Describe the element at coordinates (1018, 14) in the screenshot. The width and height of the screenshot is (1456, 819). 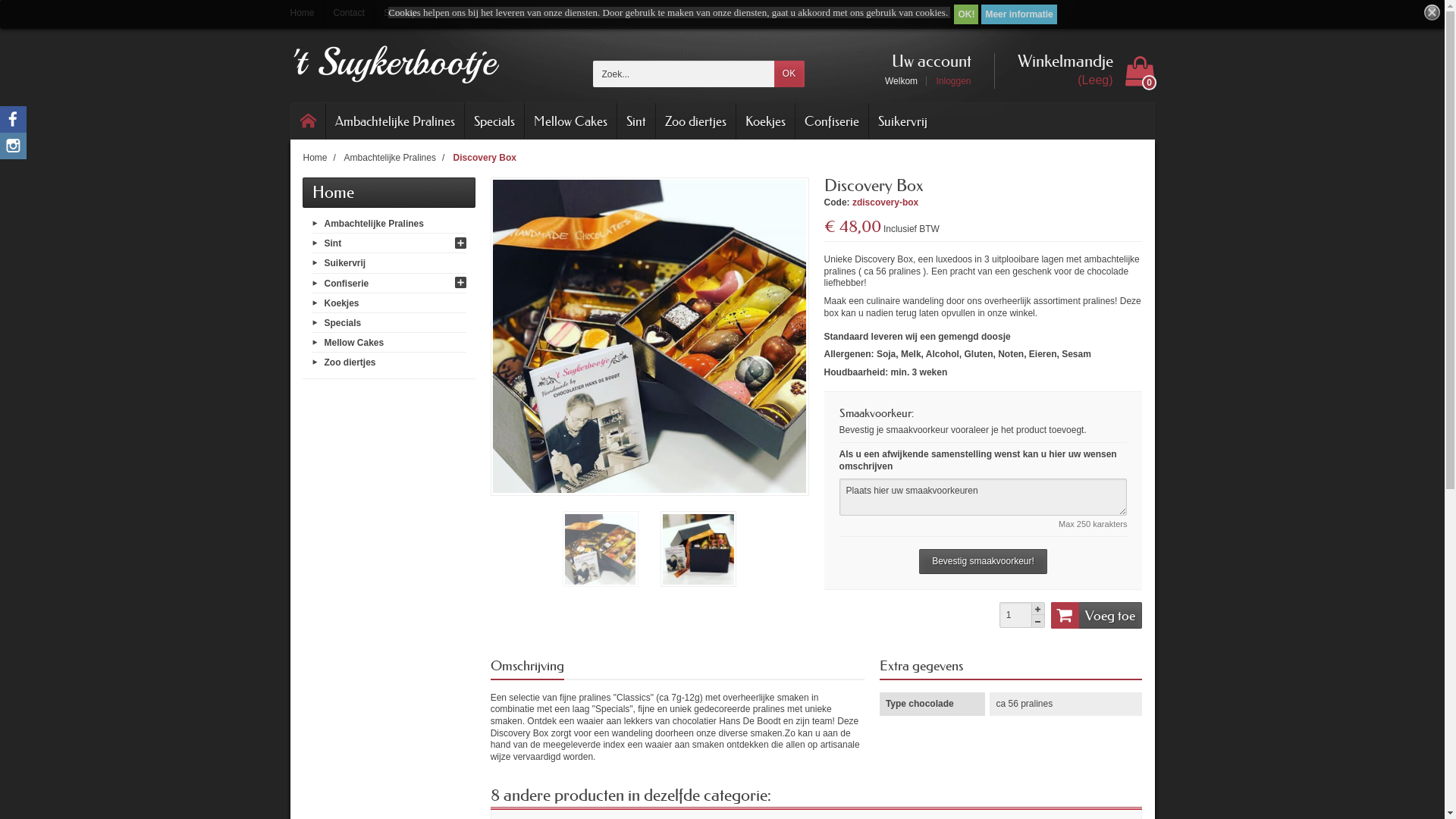
I see `'Meer informatie'` at that location.